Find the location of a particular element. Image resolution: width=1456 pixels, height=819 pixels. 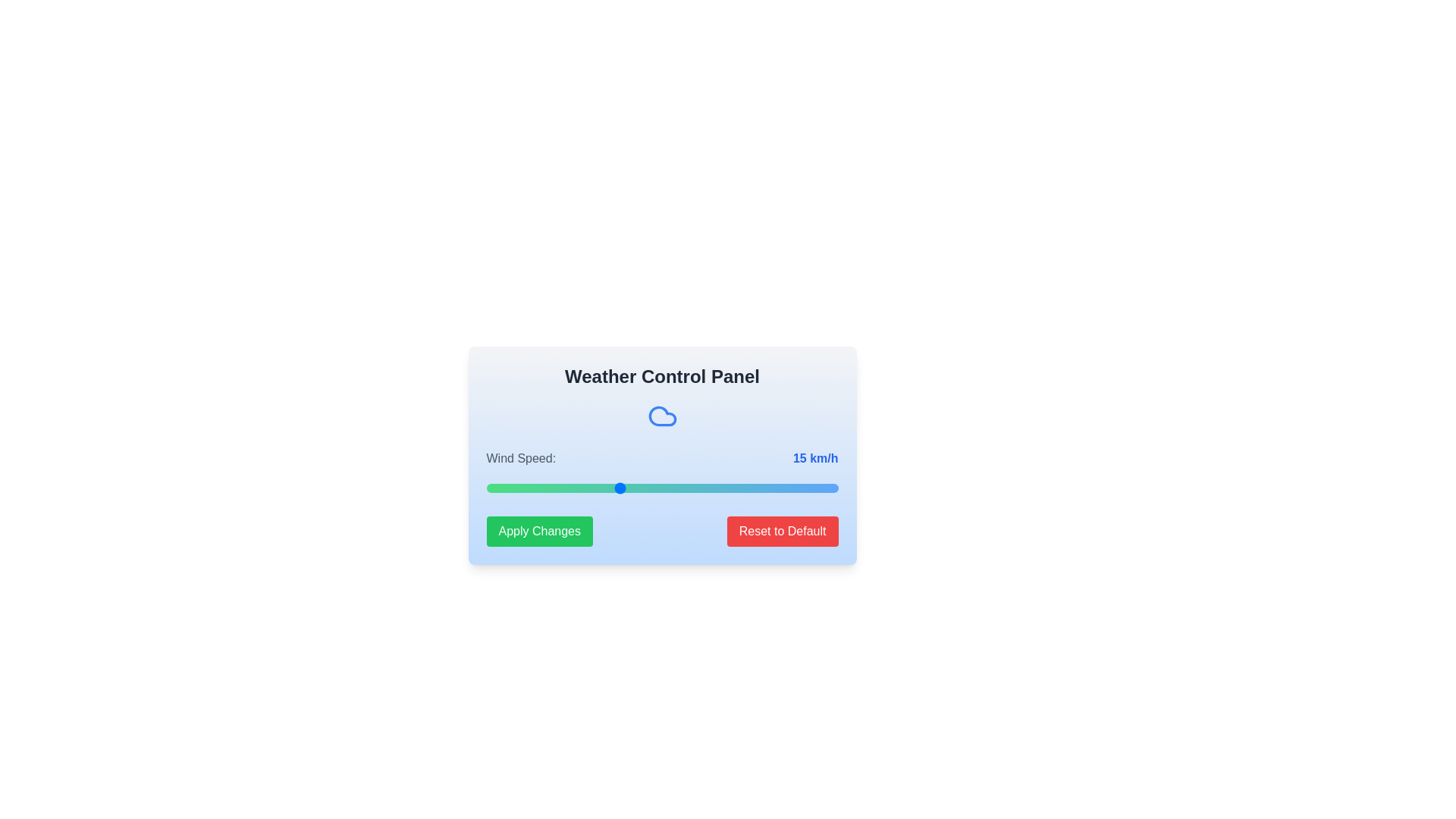

the wind speed slider to set the wind speed to 32 km/h is located at coordinates (767, 488).